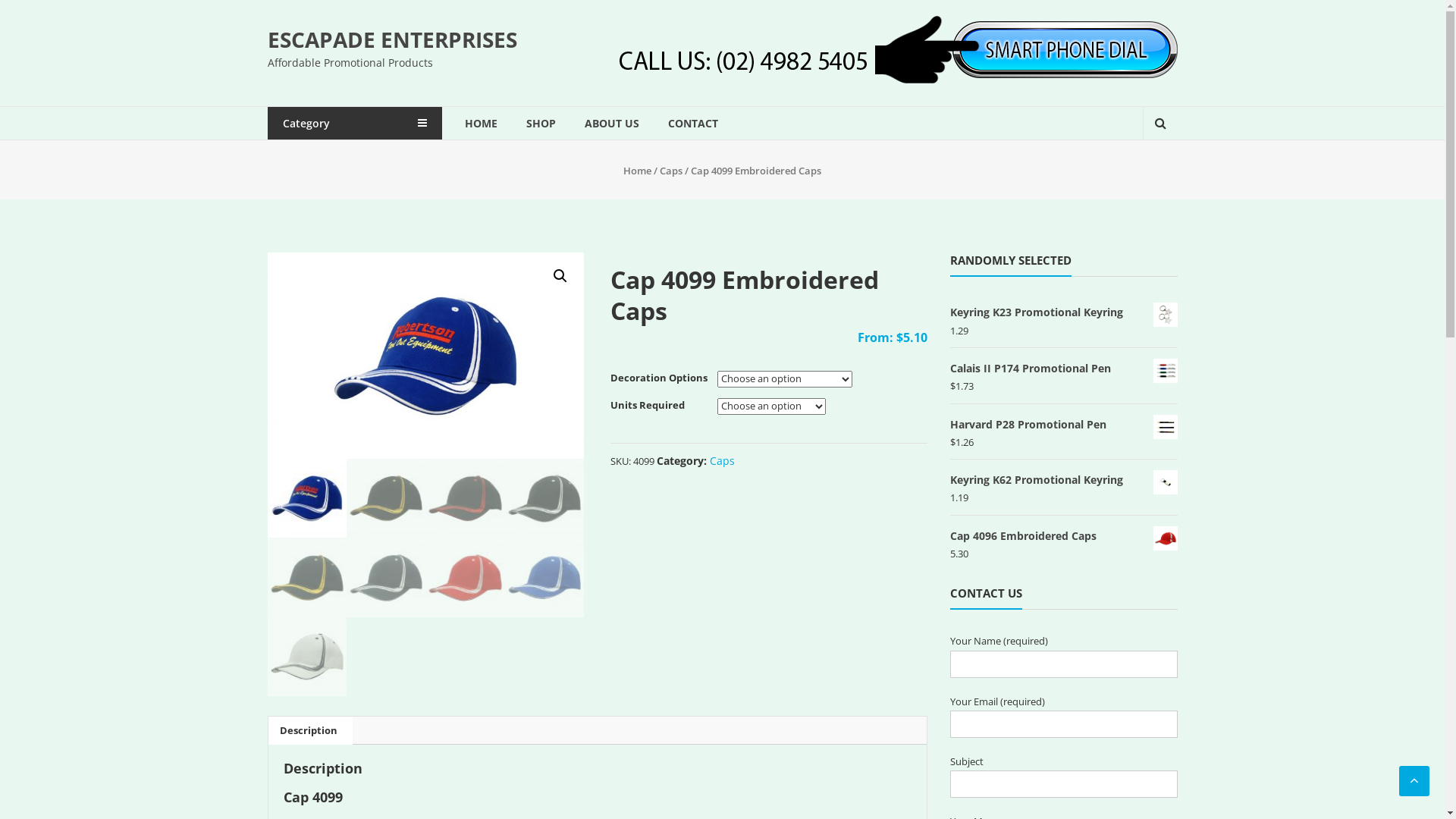  I want to click on 'Caps', so click(721, 460).